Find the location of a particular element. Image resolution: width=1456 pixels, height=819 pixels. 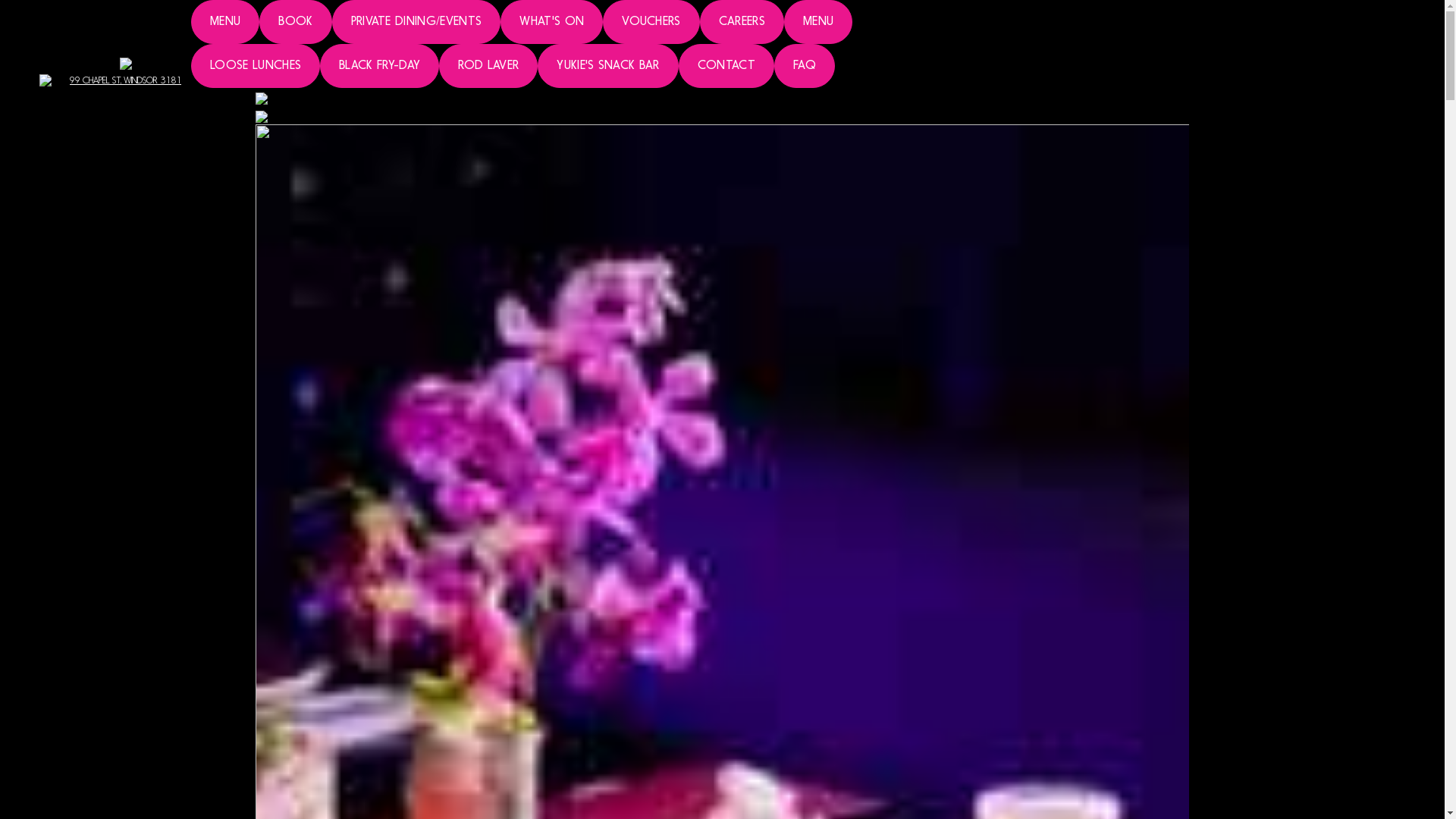

'CONTACT' is located at coordinates (726, 65).